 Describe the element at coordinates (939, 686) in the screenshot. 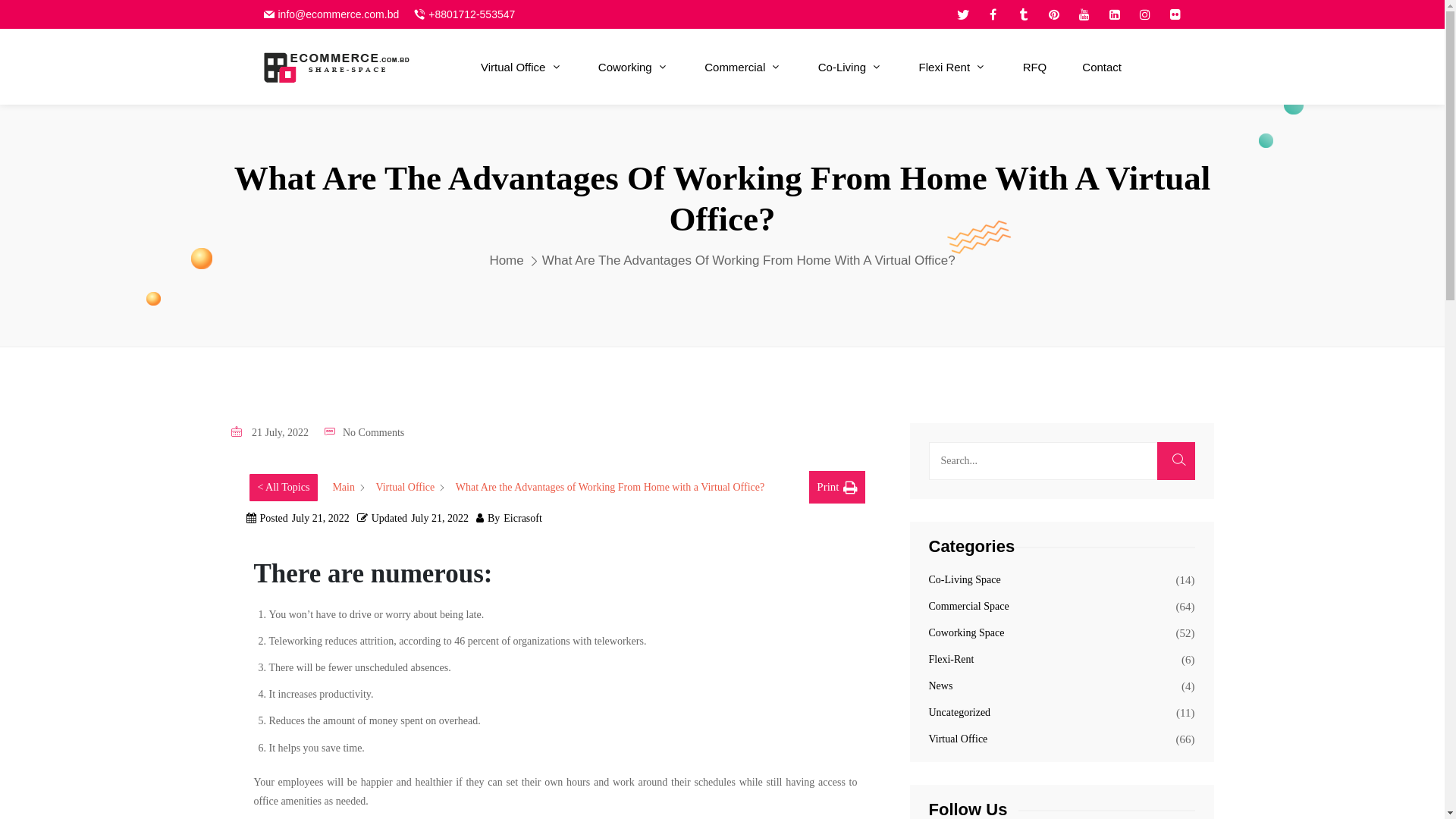

I see `'News'` at that location.